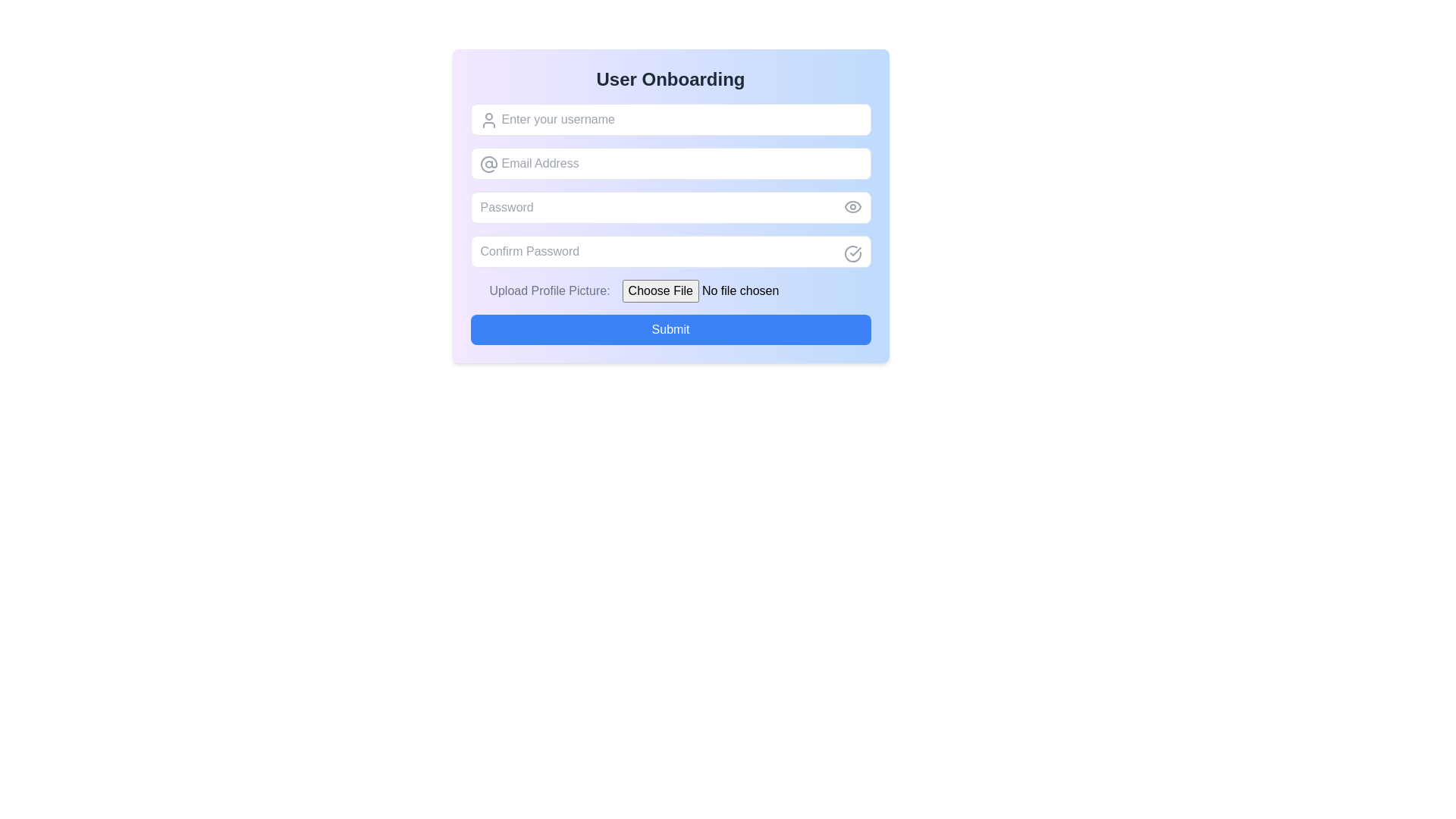 The image size is (1456, 819). Describe the element at coordinates (548, 290) in the screenshot. I see `the Text label that indicates the function of the file upload input field for uploading a profile picture, located near the center-bottom of the user onboarding form` at that location.